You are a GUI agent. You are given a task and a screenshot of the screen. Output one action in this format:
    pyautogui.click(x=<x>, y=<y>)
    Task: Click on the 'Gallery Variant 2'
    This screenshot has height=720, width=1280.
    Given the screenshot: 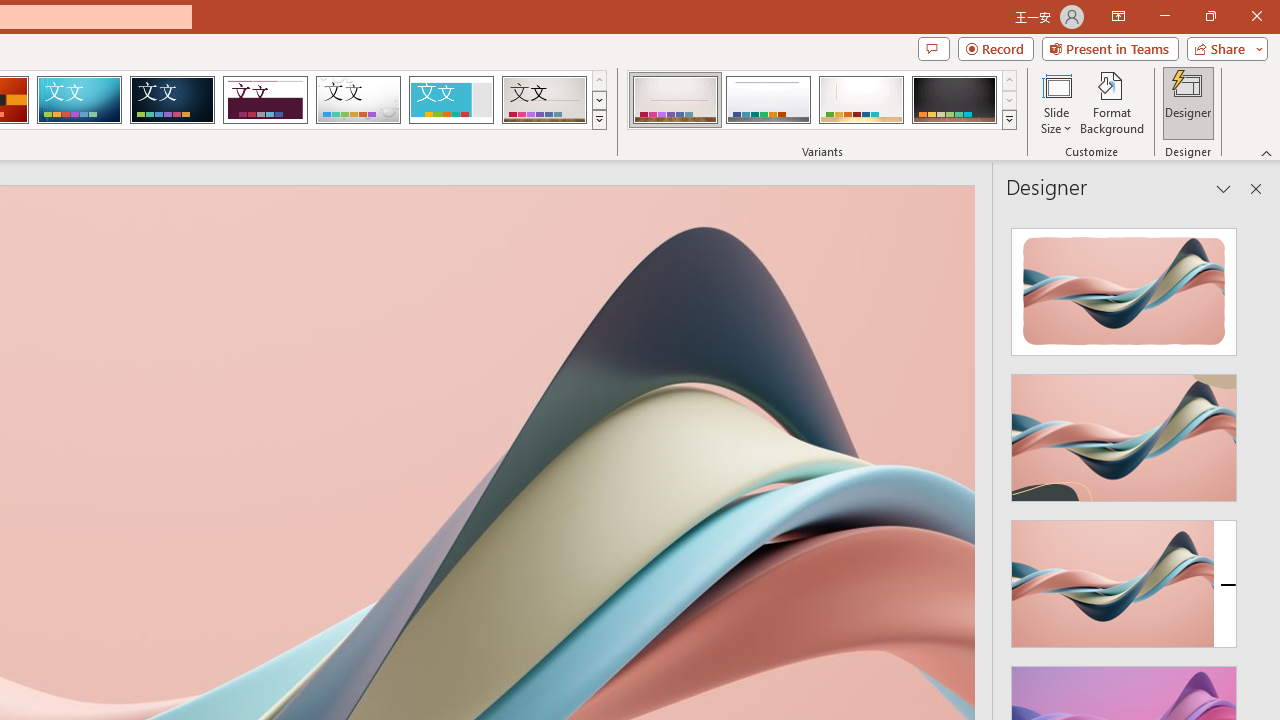 What is the action you would take?
    pyautogui.click(x=767, y=100)
    